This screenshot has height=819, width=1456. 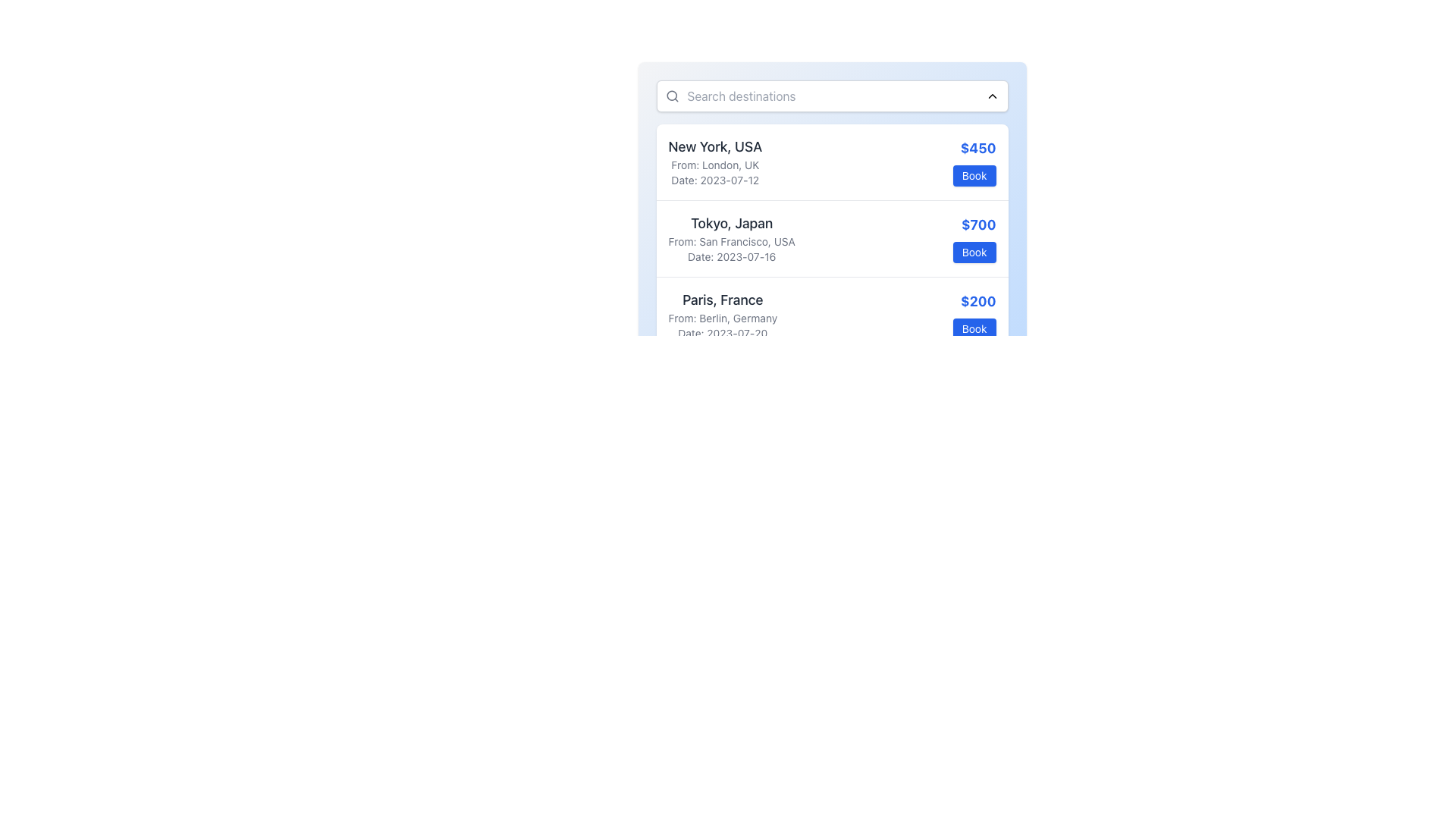 What do you see at coordinates (974, 149) in the screenshot?
I see `the bold blue text label displaying '$450'` at bounding box center [974, 149].